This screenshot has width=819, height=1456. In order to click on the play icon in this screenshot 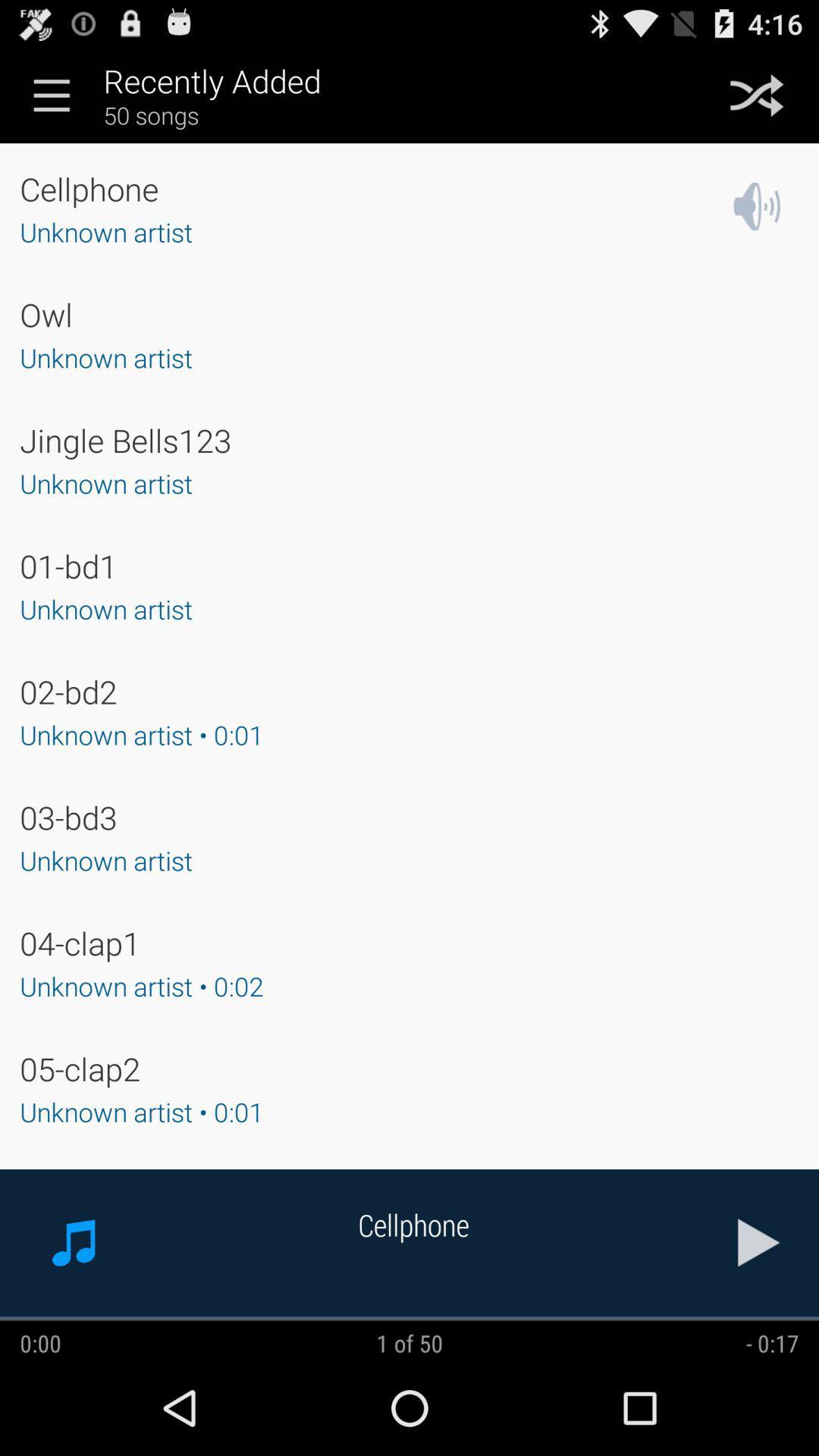, I will do `click(759, 1329)`.